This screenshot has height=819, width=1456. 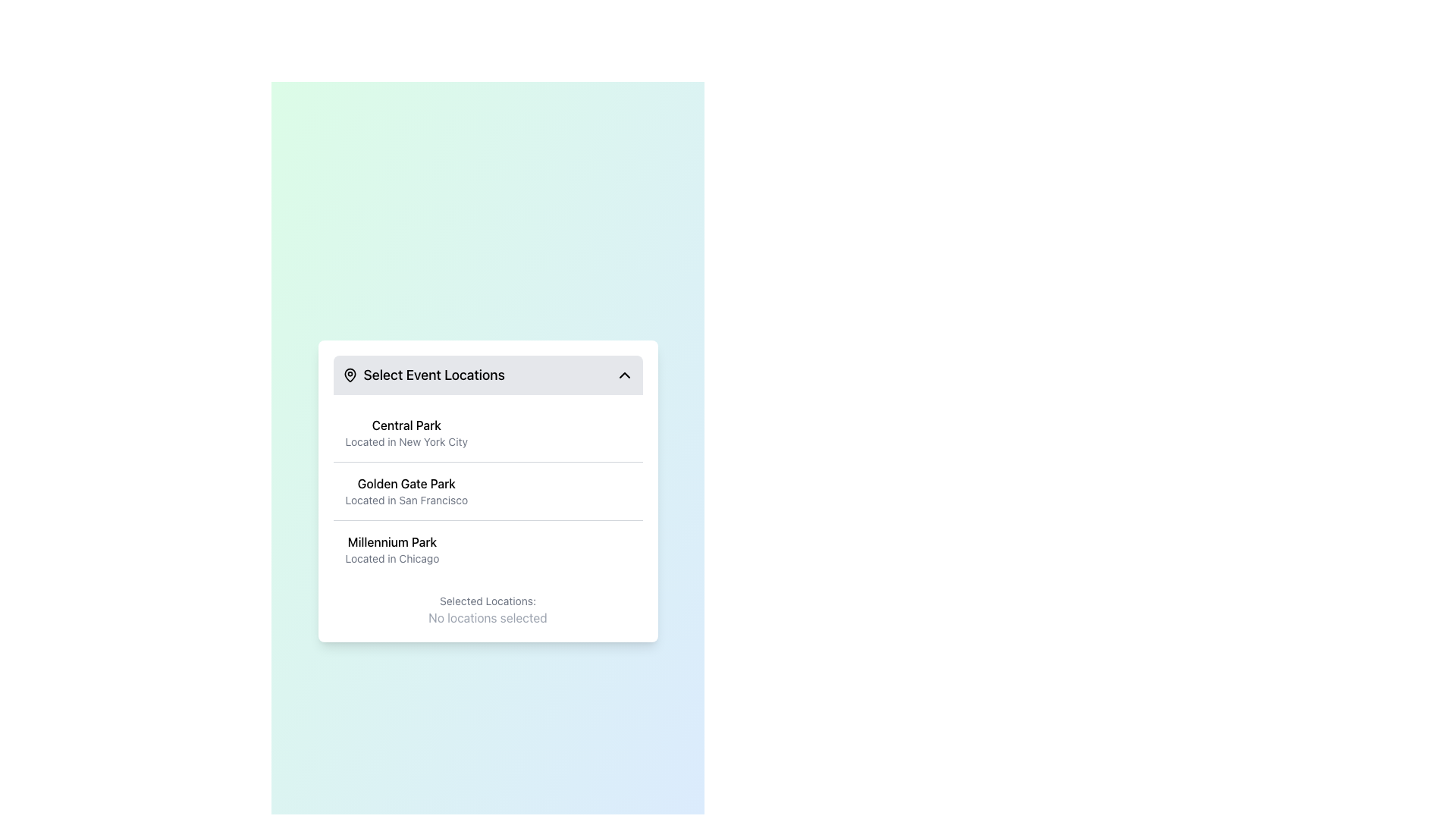 What do you see at coordinates (488, 601) in the screenshot?
I see `the static text label displaying 'Selected Locations:' which is styled with a small gray font and located within the white card interface labeled 'Select Event Locations'` at bounding box center [488, 601].